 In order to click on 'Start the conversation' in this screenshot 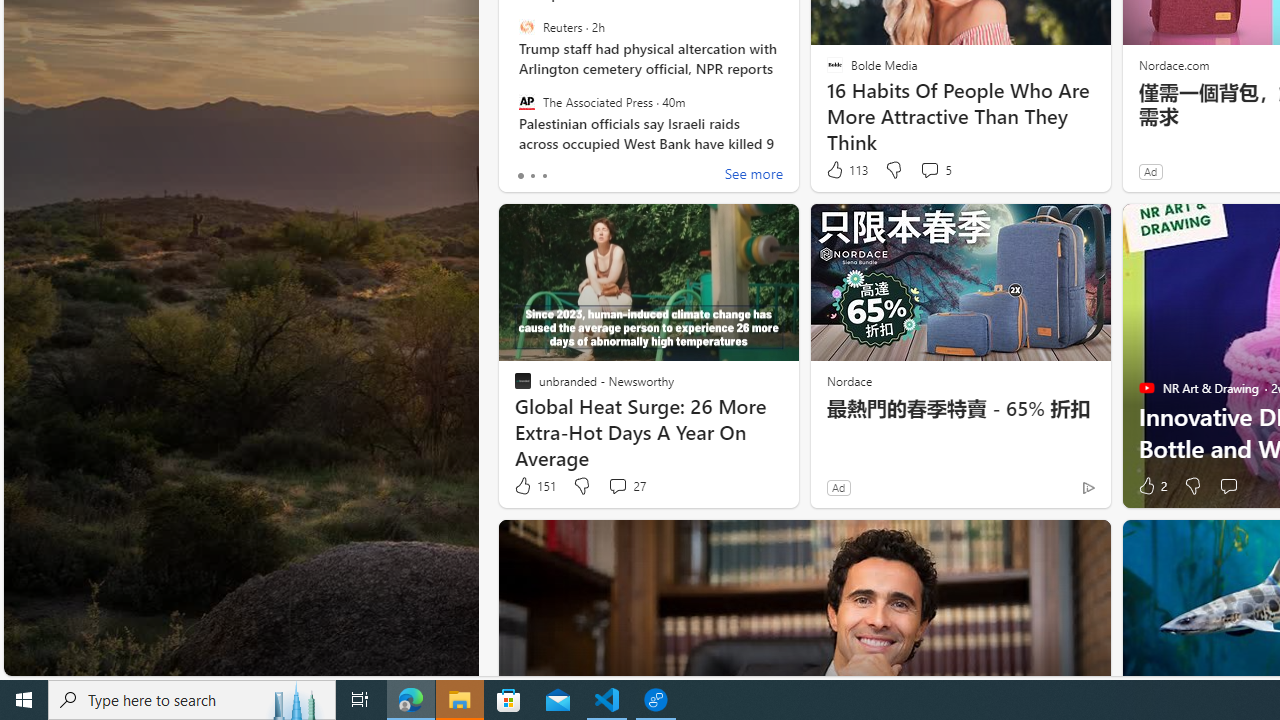, I will do `click(1227, 486)`.